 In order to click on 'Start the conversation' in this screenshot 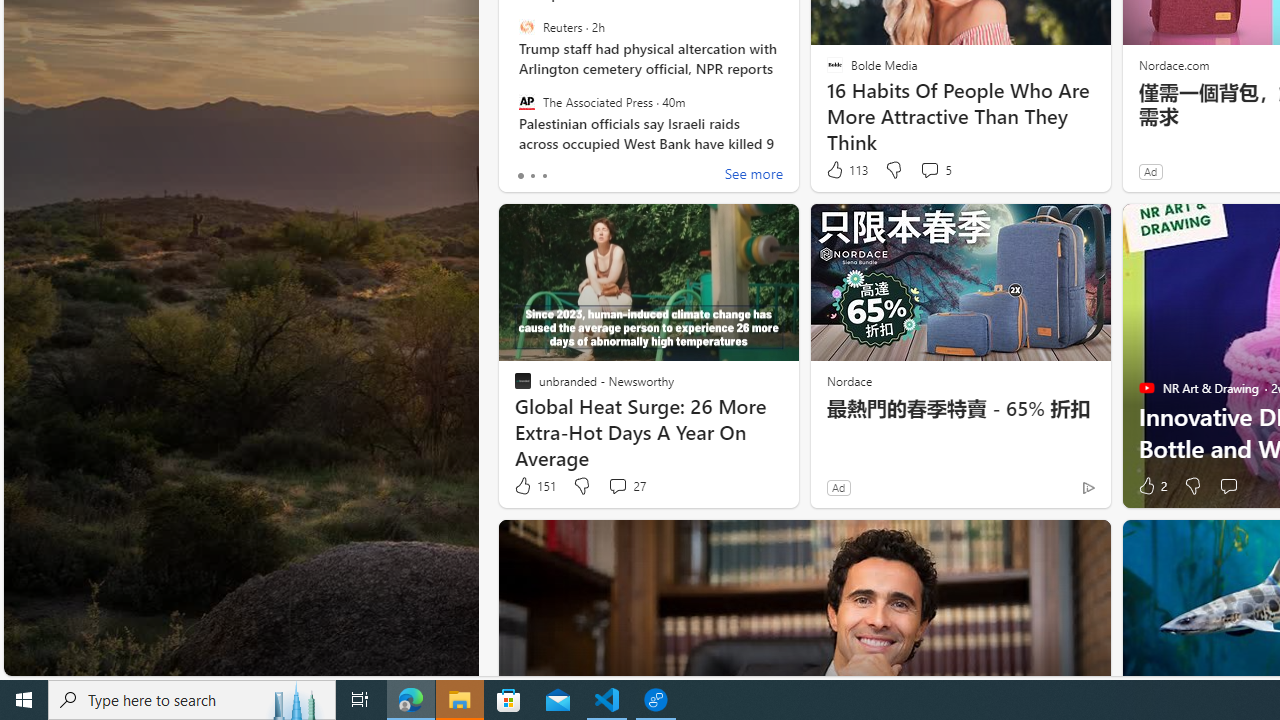, I will do `click(1227, 486)`.